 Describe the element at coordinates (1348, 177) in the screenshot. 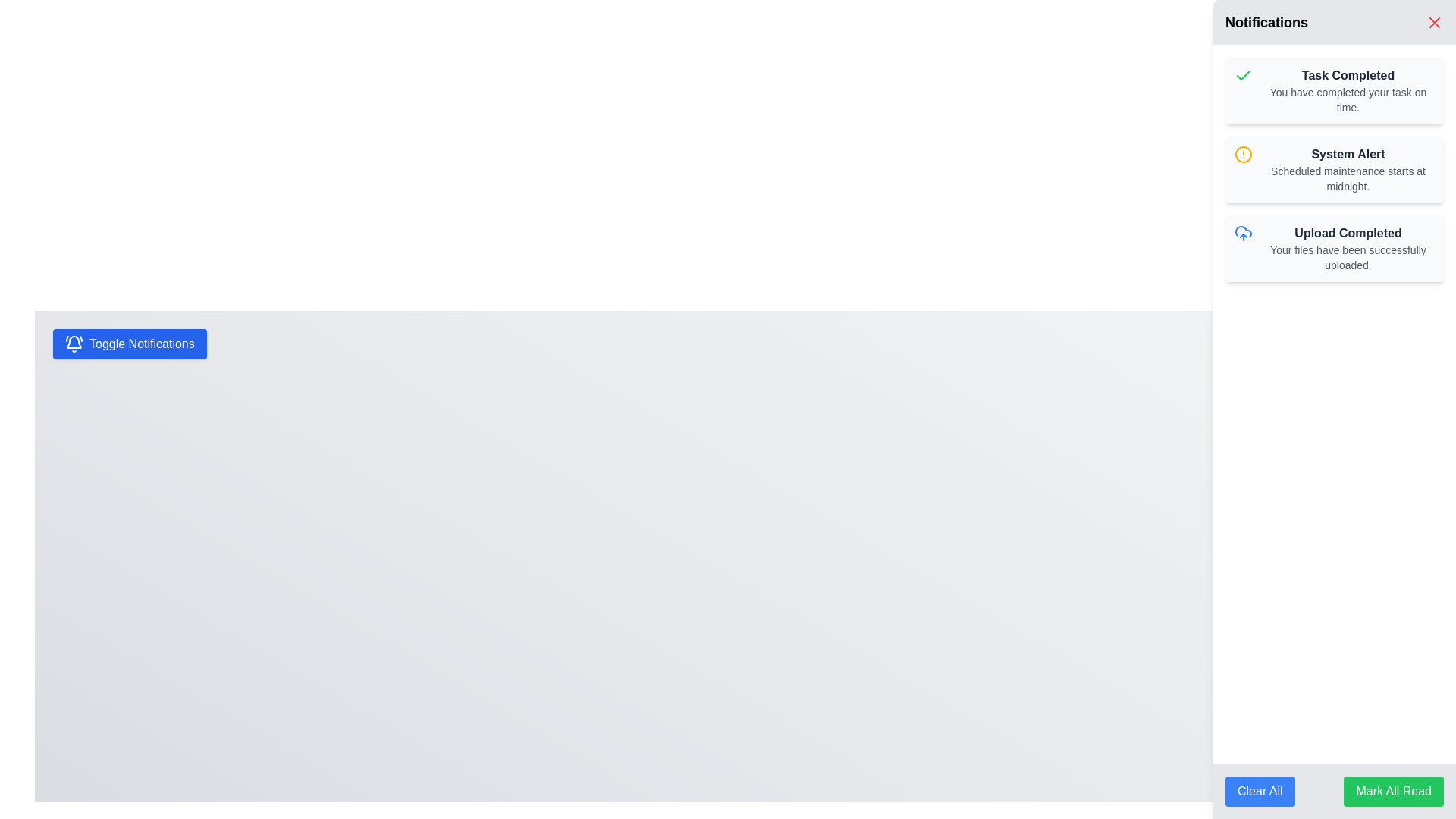

I see `text label that states 'Scheduled maintenance starts at midnight.', located beneath the title 'System Alert' in the top-right section of the notification panel` at that location.